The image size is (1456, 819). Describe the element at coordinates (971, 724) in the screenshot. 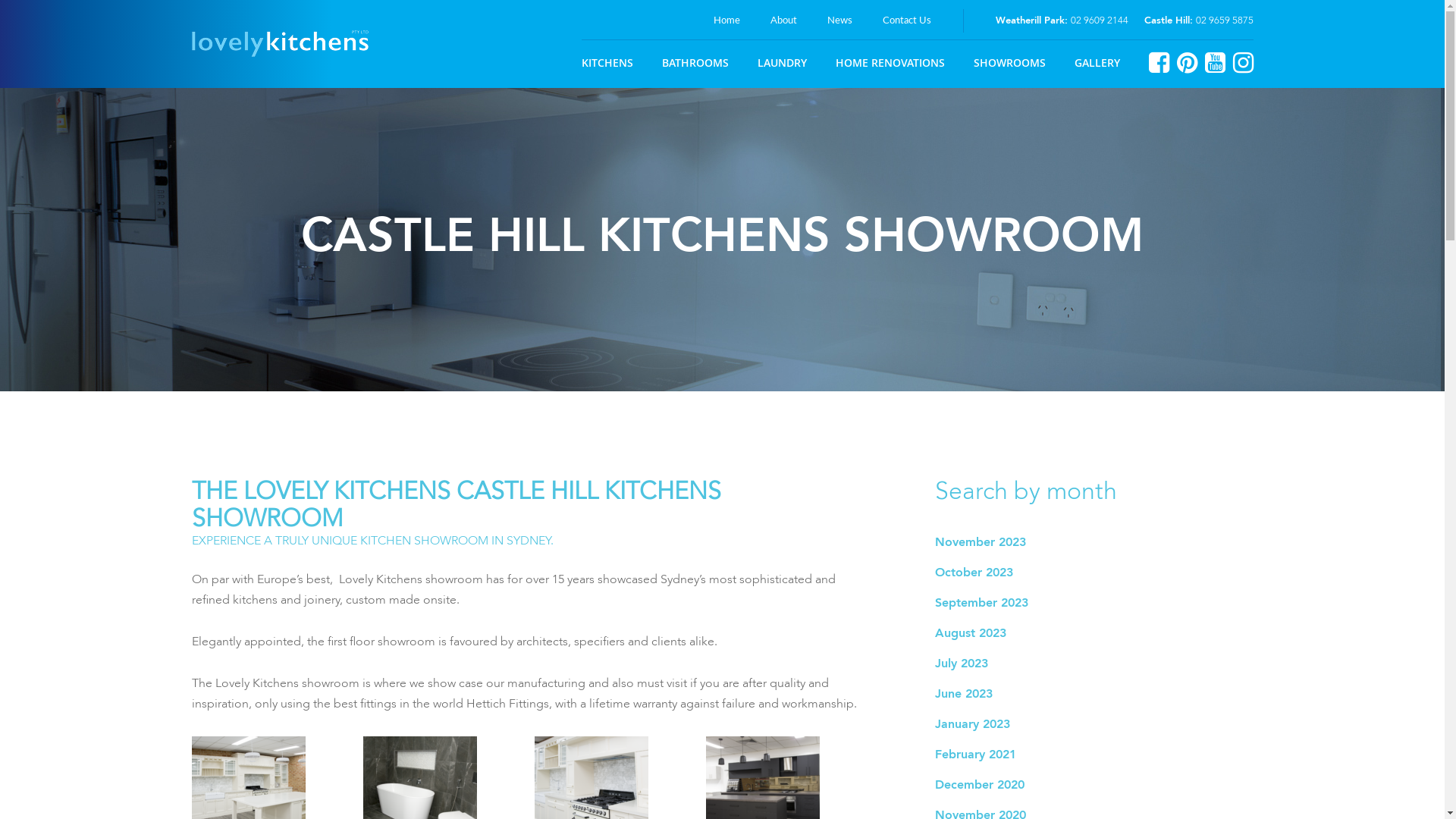

I see `'January 2023'` at that location.